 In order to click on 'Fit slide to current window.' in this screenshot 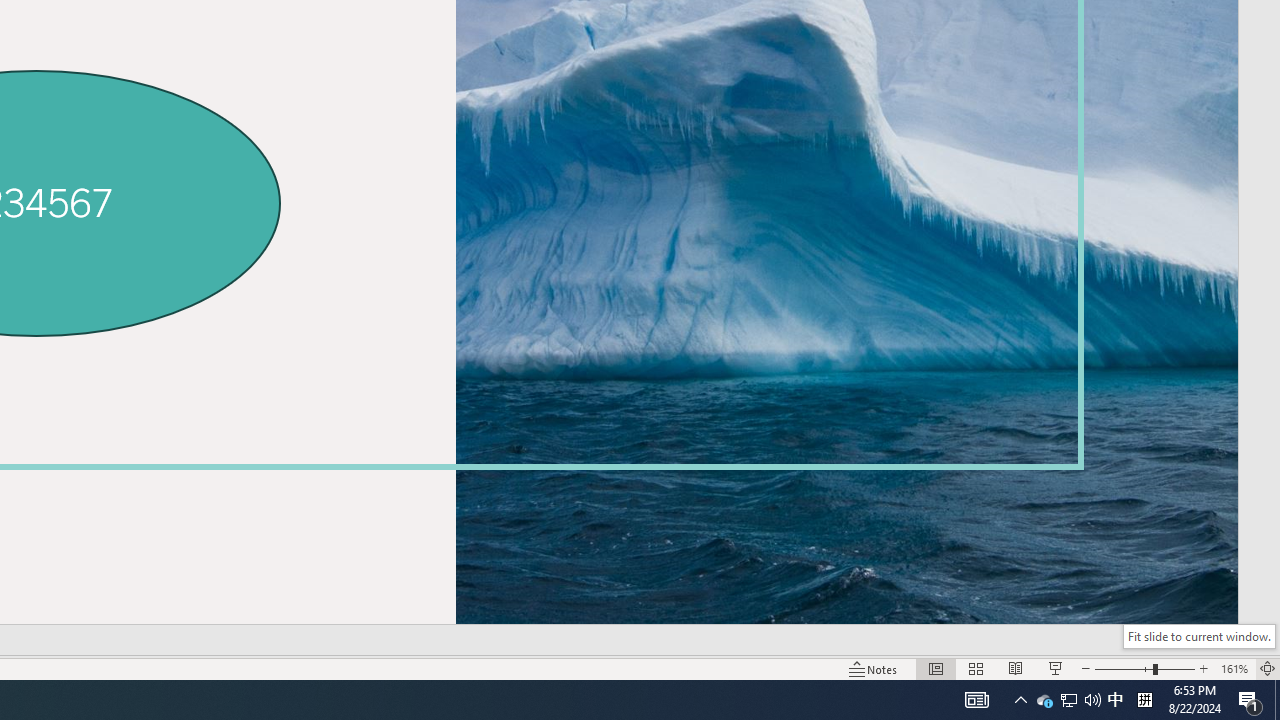, I will do `click(1199, 636)`.